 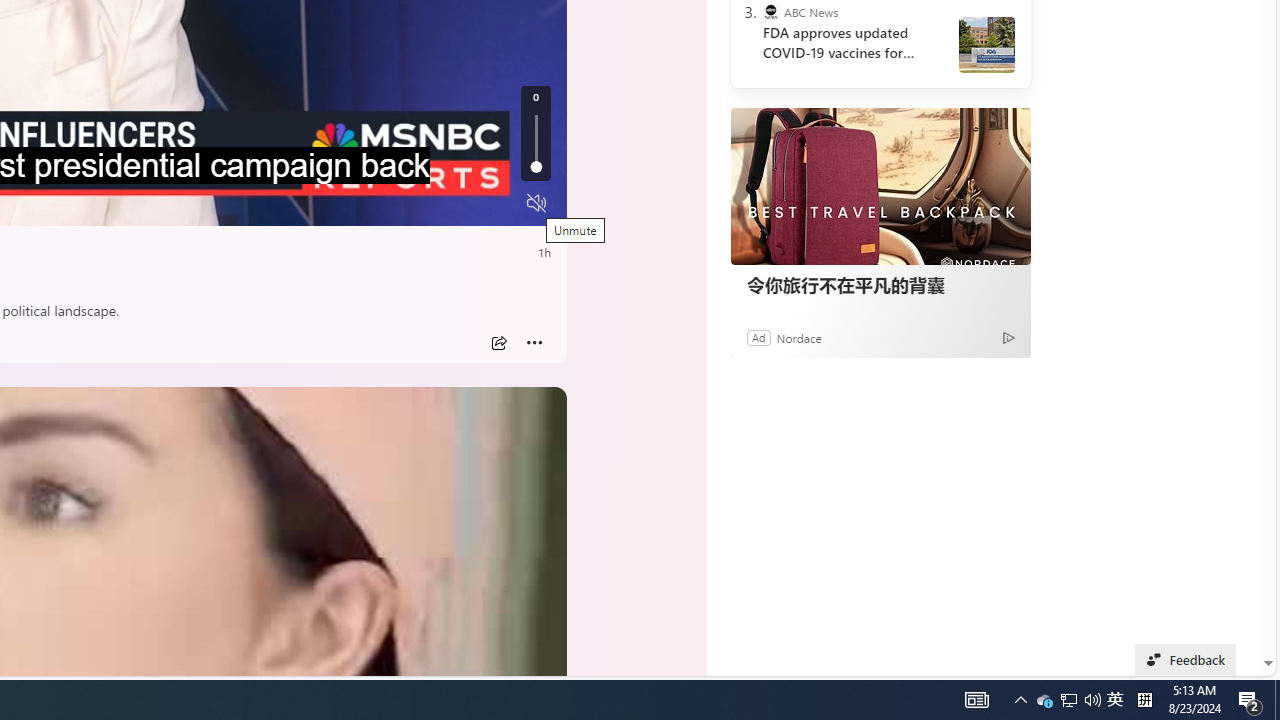 I want to click on 'Share', so click(x=498, y=342).